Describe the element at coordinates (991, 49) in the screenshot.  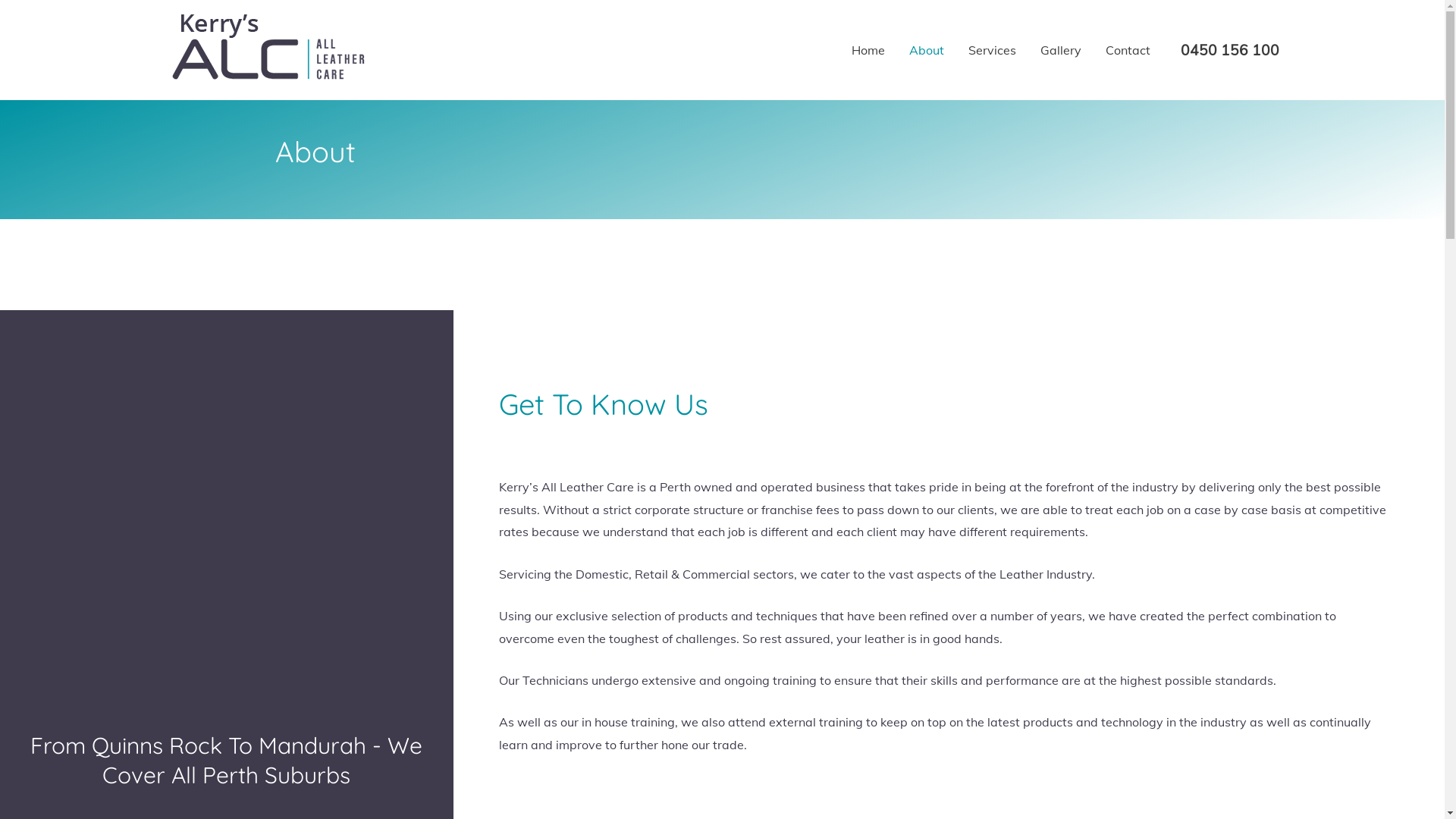
I see `'Services'` at that location.